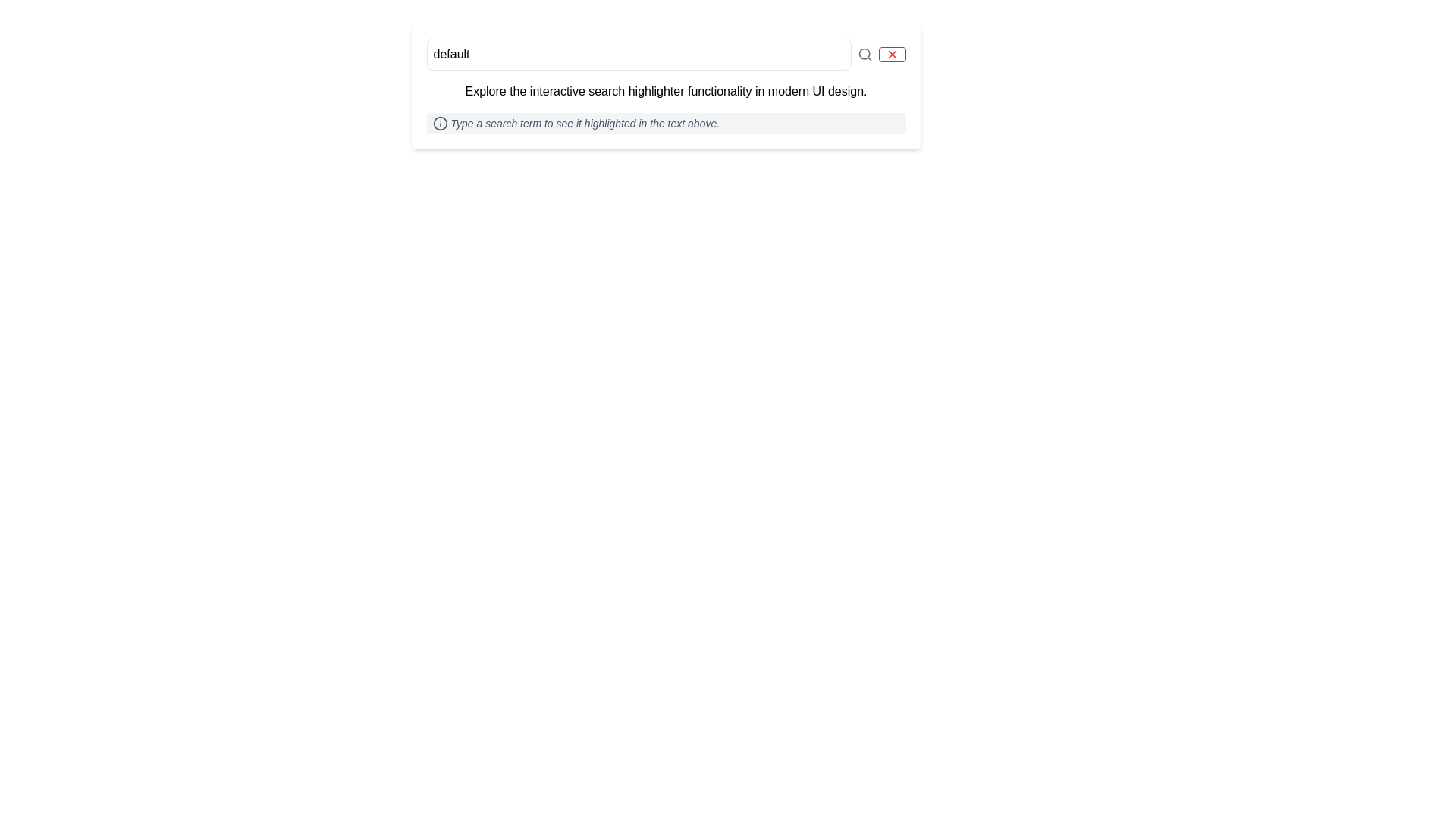  I want to click on the SVG circle that serves as a visual indicator for an icon located on the left side of the search bar, so click(439, 122).